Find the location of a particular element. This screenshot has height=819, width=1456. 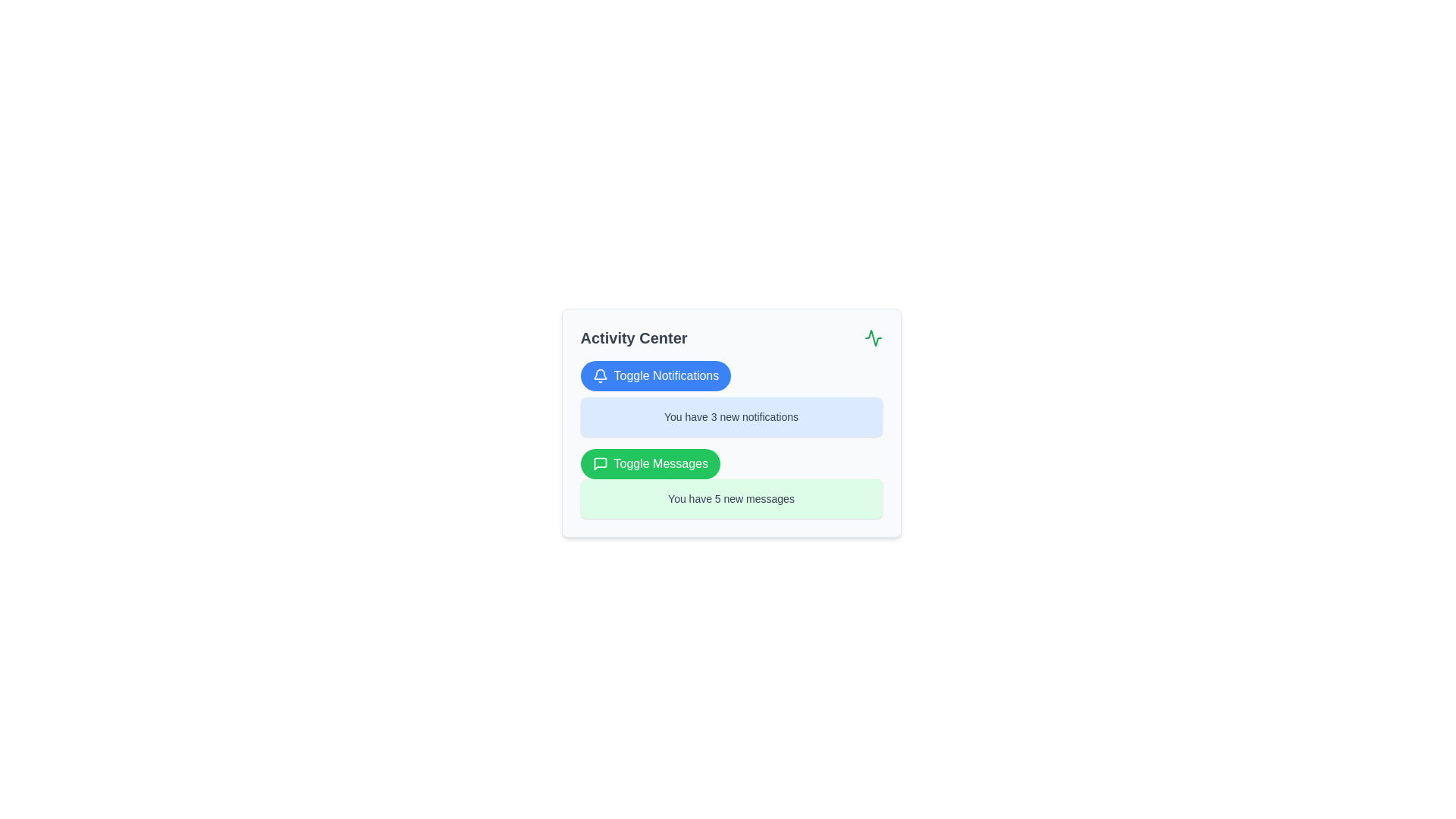

the bell icon, which is part of the 'Toggle Notifications' button located at the top-left quadrant of the interface is located at coordinates (599, 375).